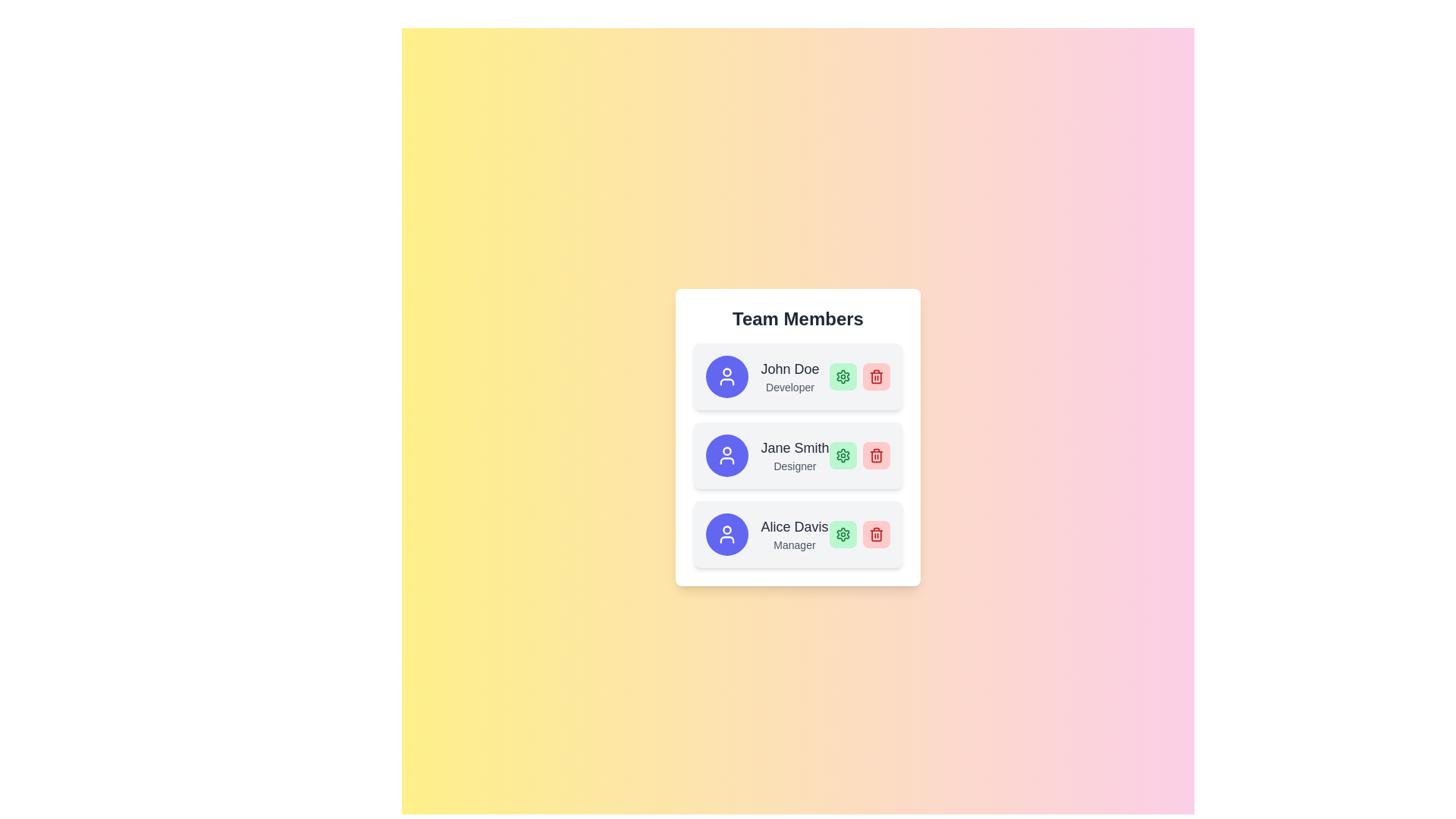 This screenshot has width=1456, height=819. I want to click on the name within the Team Member Card component, so click(797, 438).